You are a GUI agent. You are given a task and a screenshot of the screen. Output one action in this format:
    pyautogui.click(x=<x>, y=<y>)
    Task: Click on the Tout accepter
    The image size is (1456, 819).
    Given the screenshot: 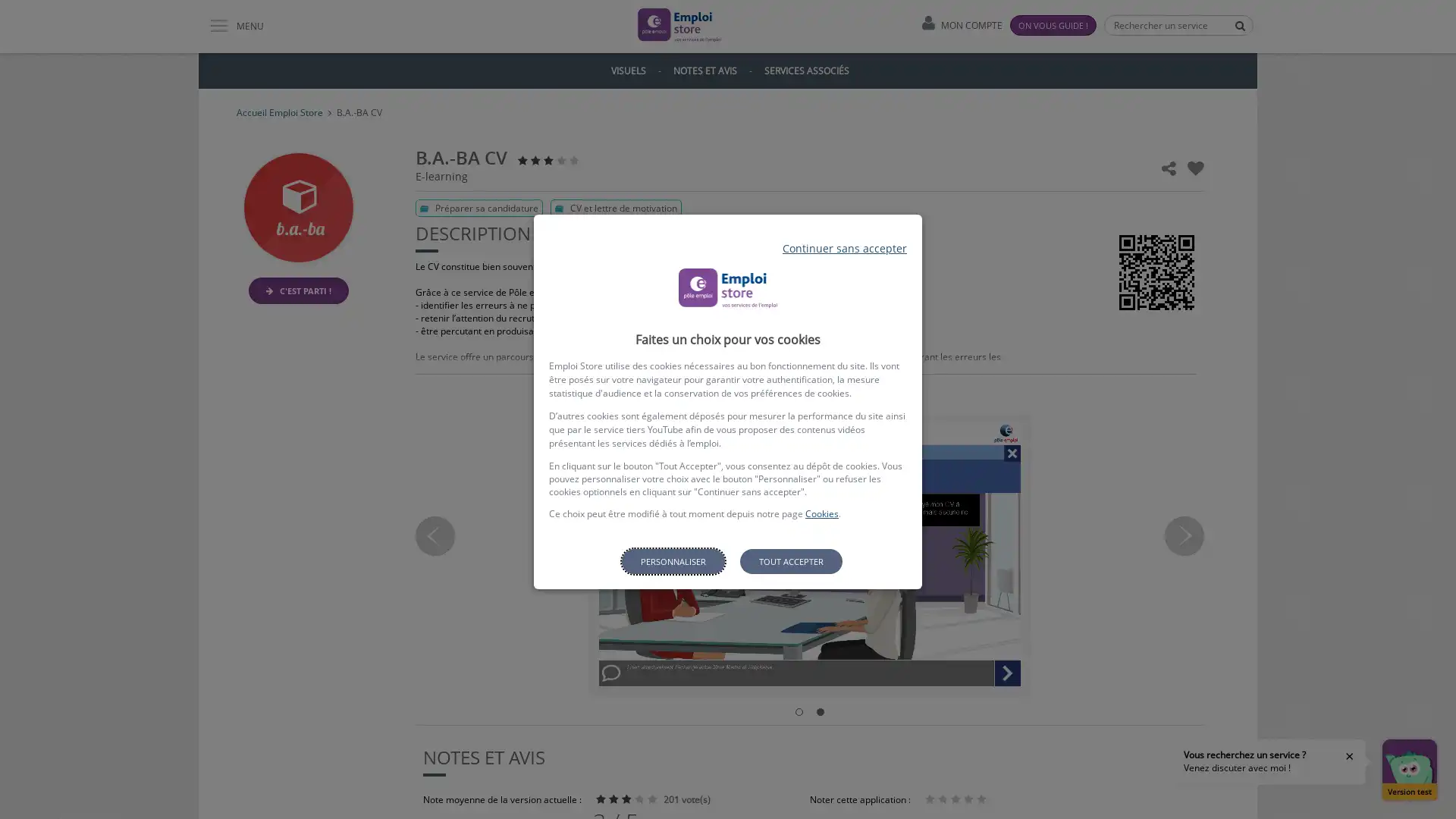 What is the action you would take?
    pyautogui.click(x=789, y=561)
    